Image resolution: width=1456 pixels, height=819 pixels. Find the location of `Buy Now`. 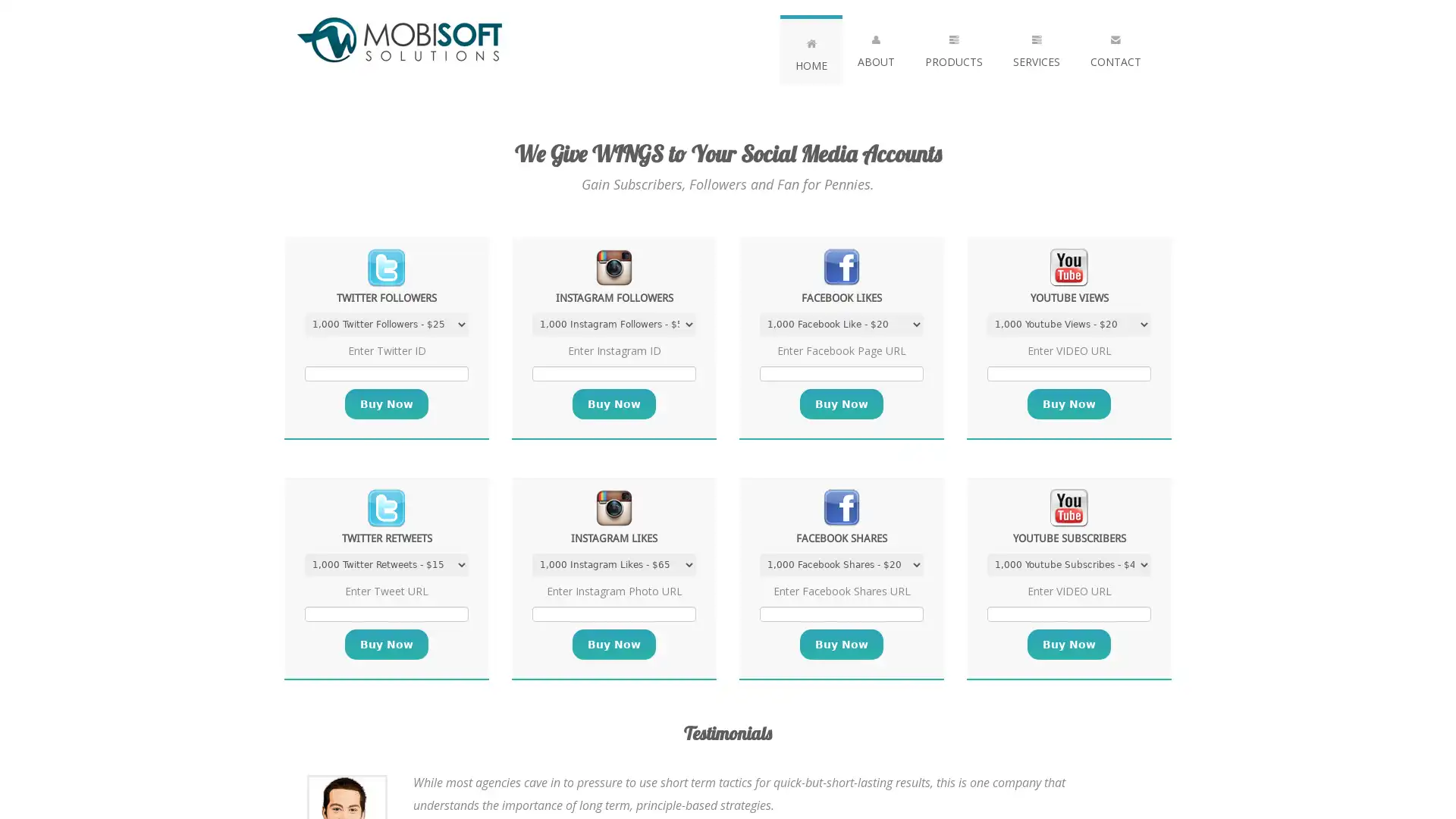

Buy Now is located at coordinates (840, 644).